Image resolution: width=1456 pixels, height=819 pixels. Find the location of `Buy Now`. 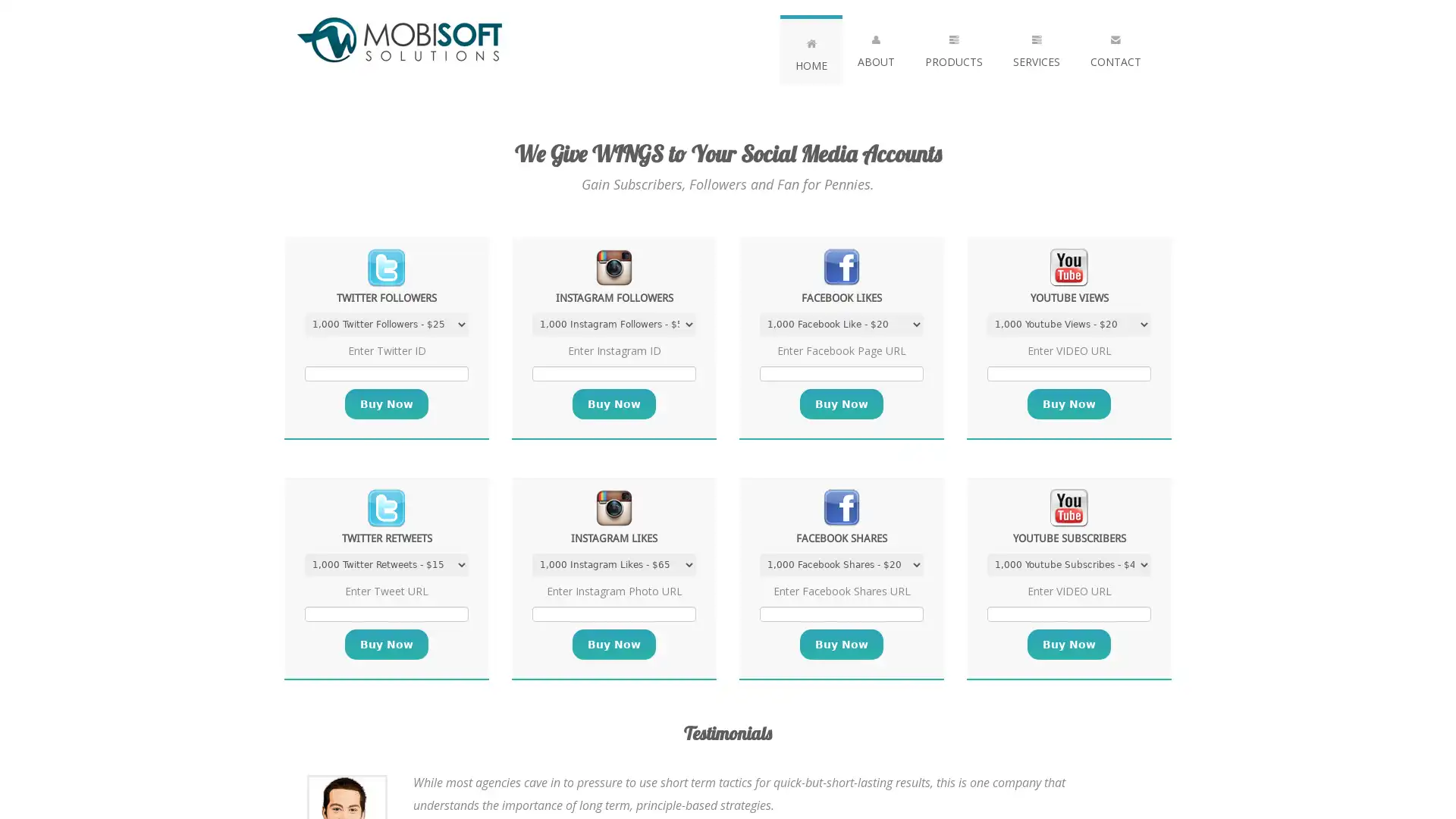

Buy Now is located at coordinates (840, 644).